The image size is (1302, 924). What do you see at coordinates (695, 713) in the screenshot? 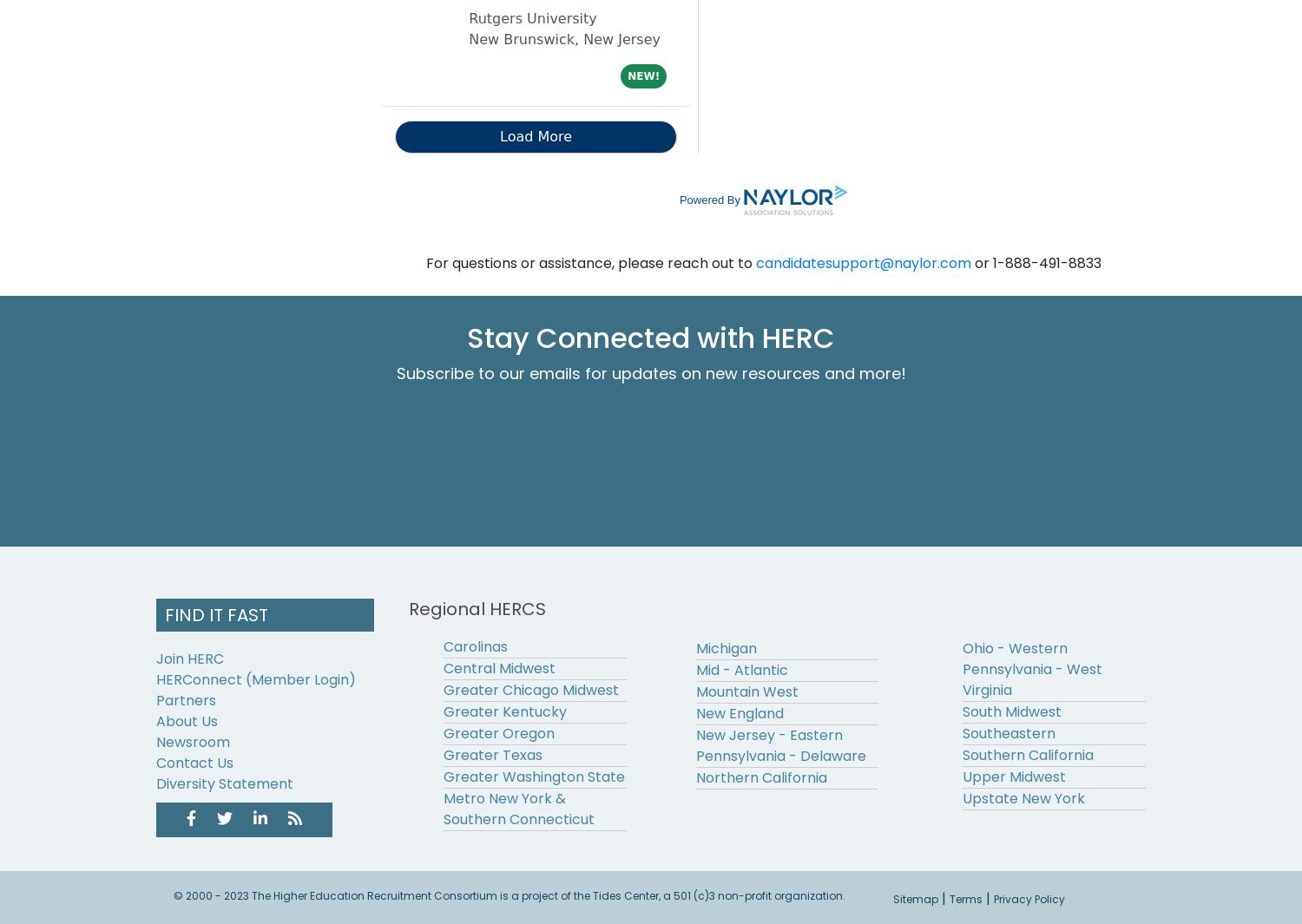
I see `'New England'` at bounding box center [695, 713].